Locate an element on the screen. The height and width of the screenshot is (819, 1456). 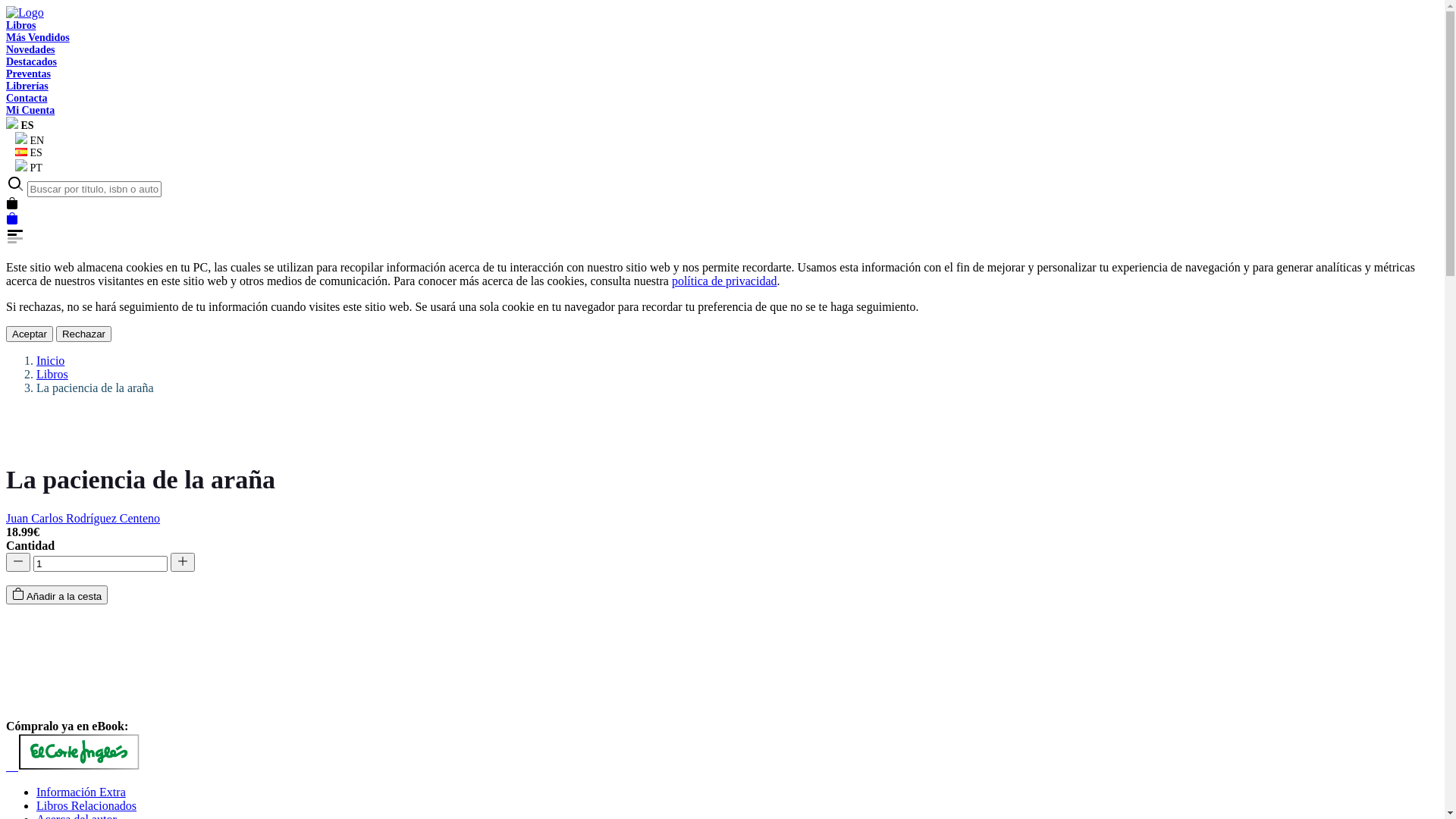
'Contacta' is located at coordinates (26, 98).